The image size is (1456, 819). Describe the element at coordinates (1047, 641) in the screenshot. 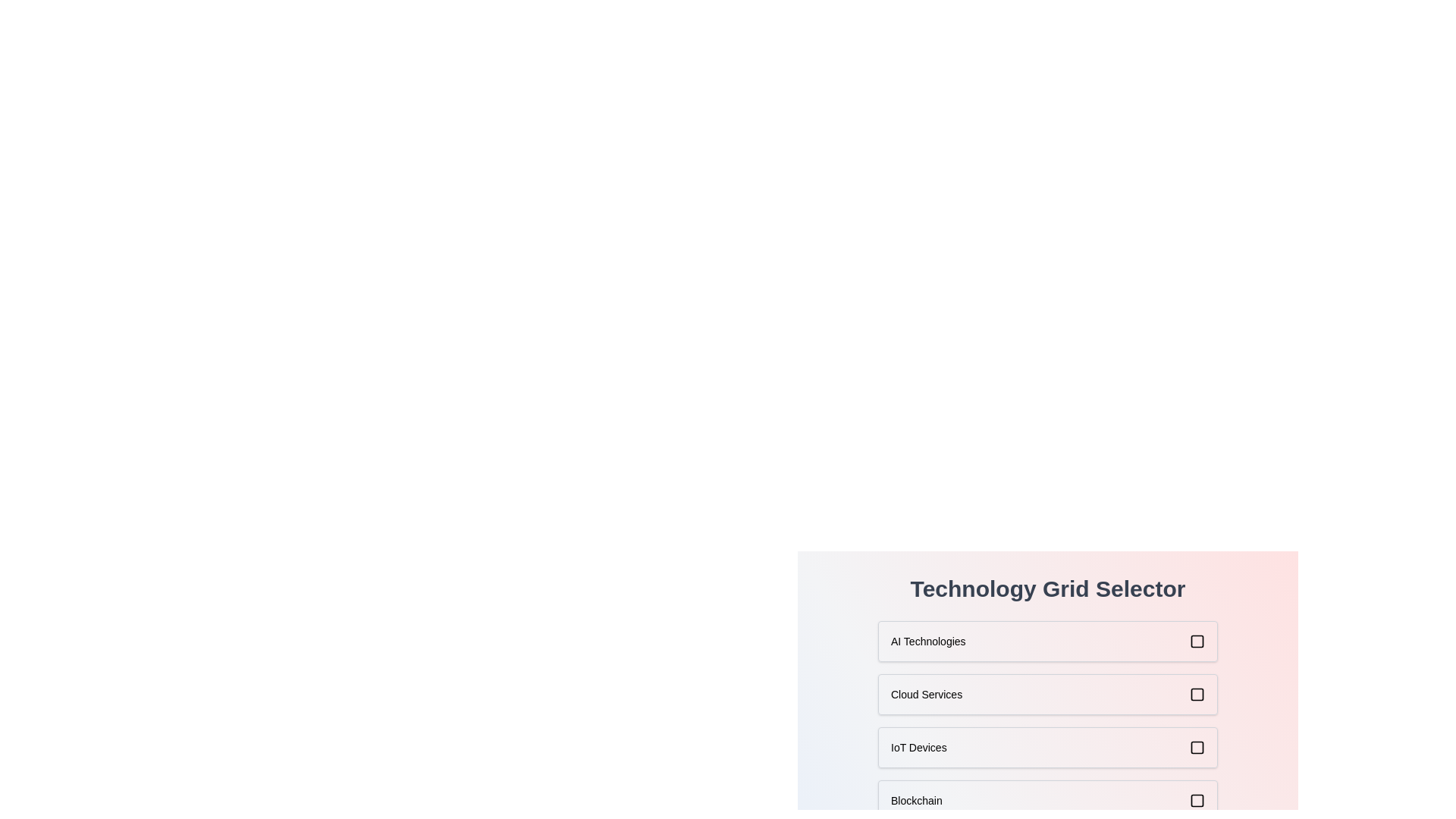

I see `the item labeled AI Technologies in the grid to select it` at that location.